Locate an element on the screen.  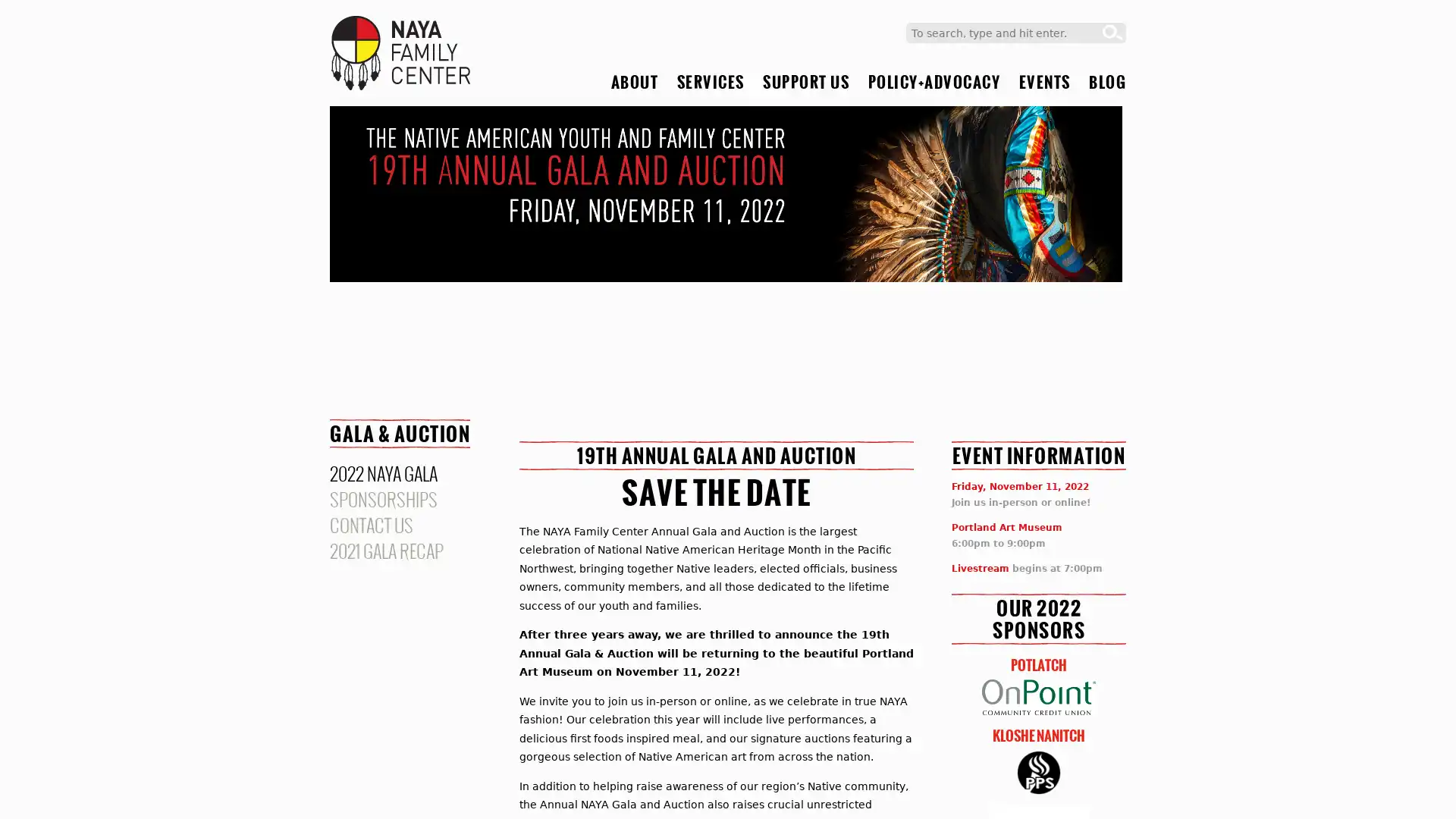
Search is located at coordinates (1112, 33).